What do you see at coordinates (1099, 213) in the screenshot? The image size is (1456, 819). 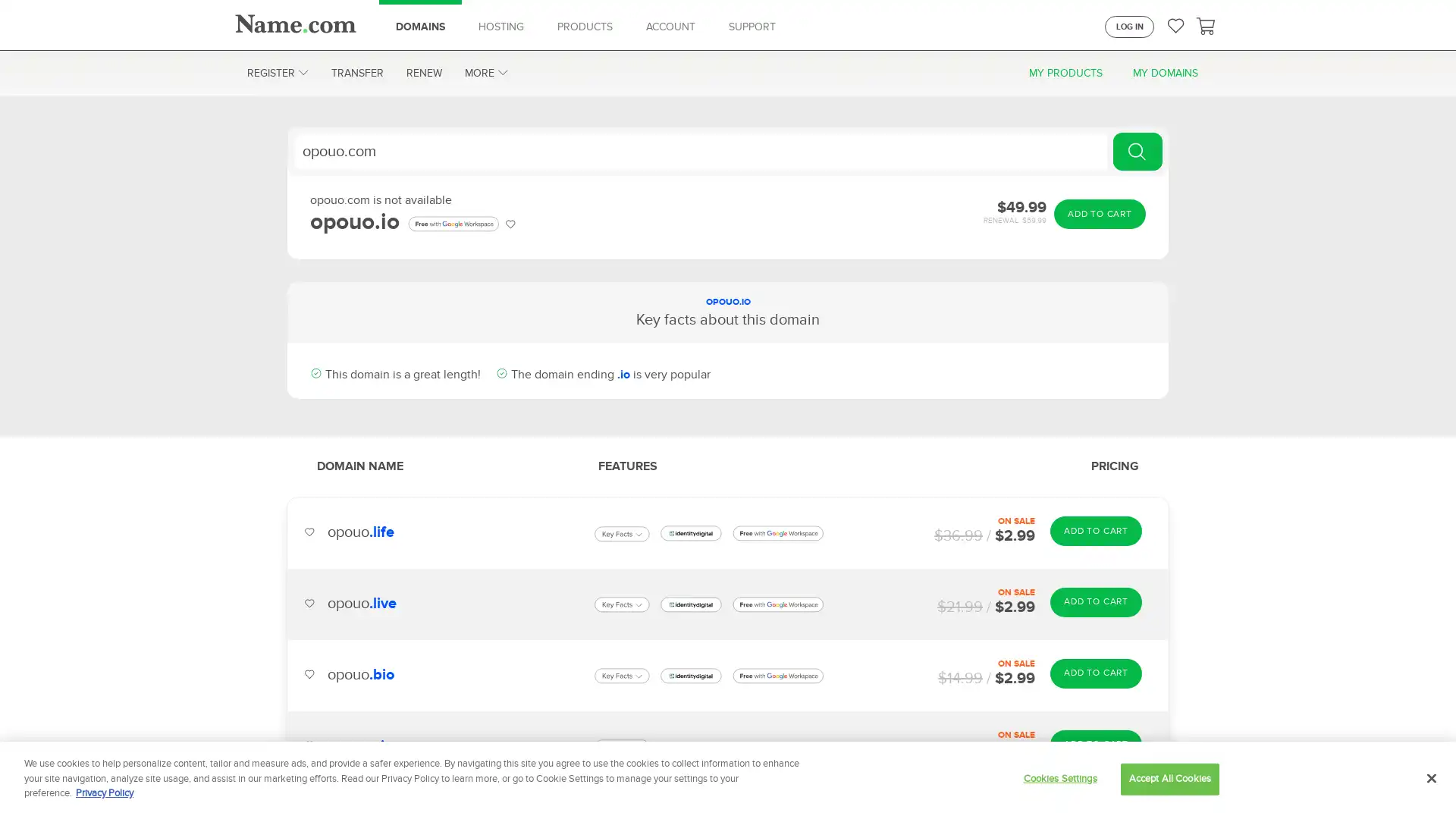 I see `ADD TO CART` at bounding box center [1099, 213].